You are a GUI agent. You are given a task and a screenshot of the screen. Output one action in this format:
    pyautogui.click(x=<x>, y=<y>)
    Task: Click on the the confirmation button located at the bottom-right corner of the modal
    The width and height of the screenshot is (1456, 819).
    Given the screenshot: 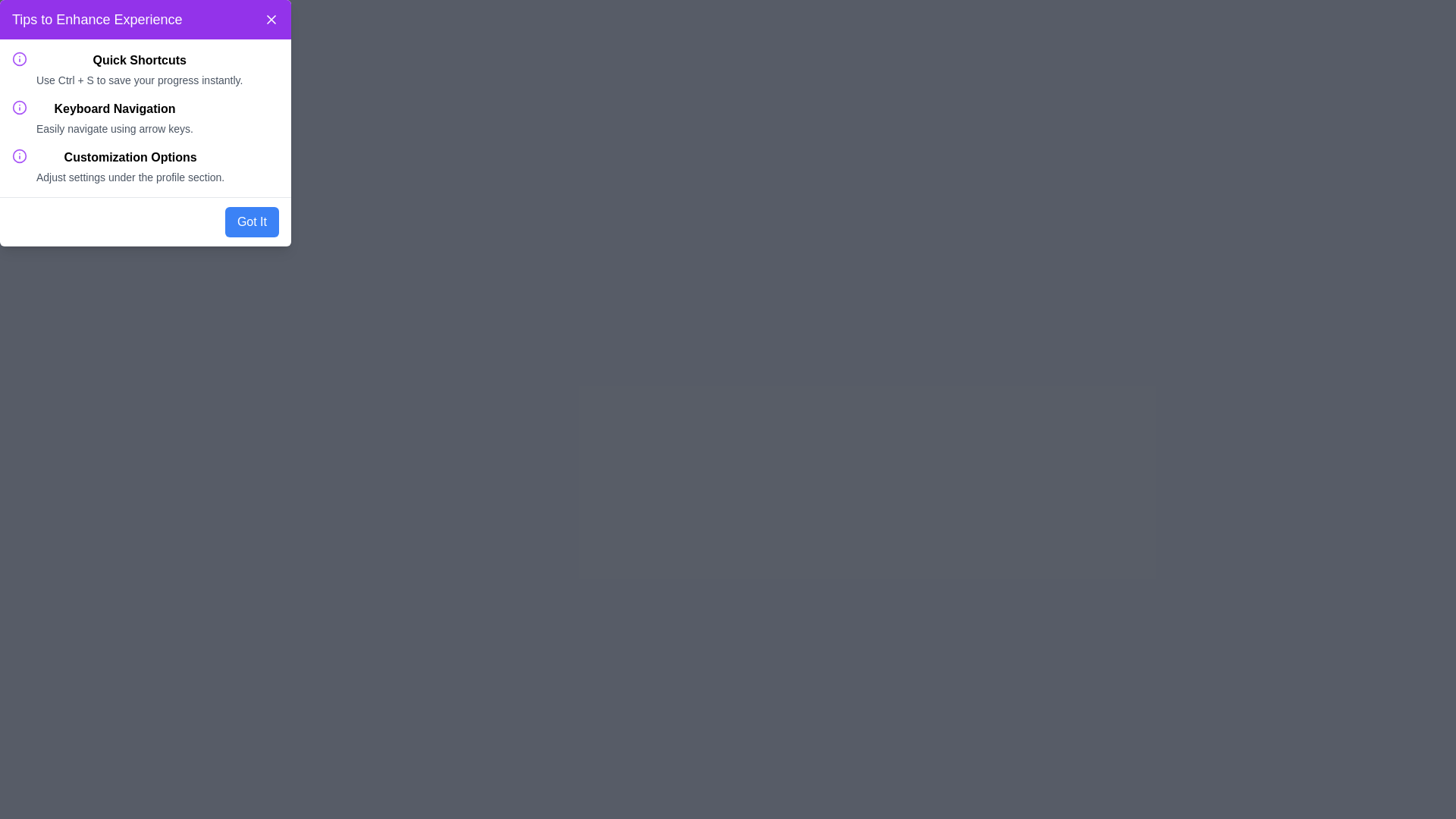 What is the action you would take?
    pyautogui.click(x=252, y=222)
    